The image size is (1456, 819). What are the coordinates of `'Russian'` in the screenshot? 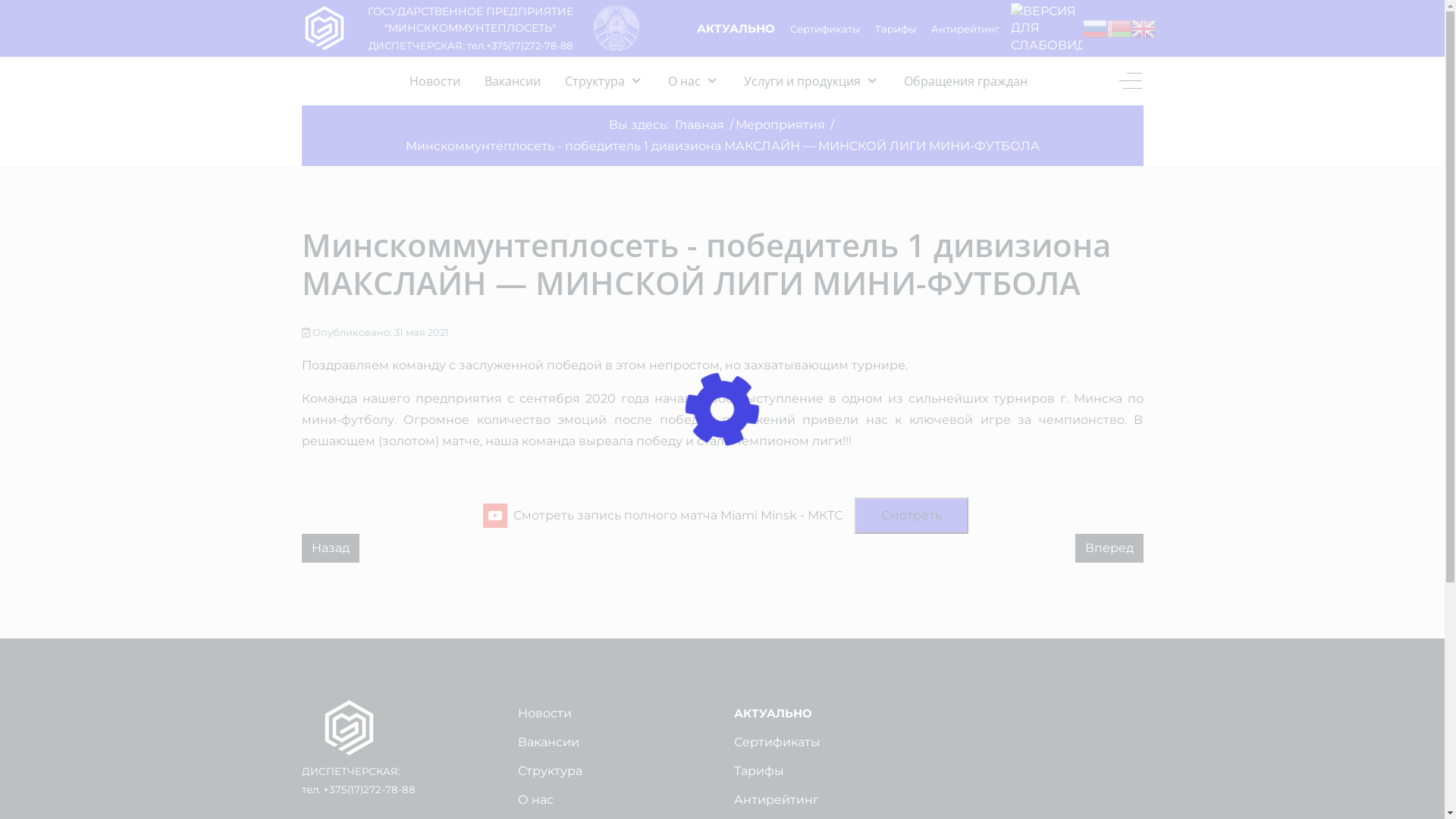 It's located at (1095, 27).